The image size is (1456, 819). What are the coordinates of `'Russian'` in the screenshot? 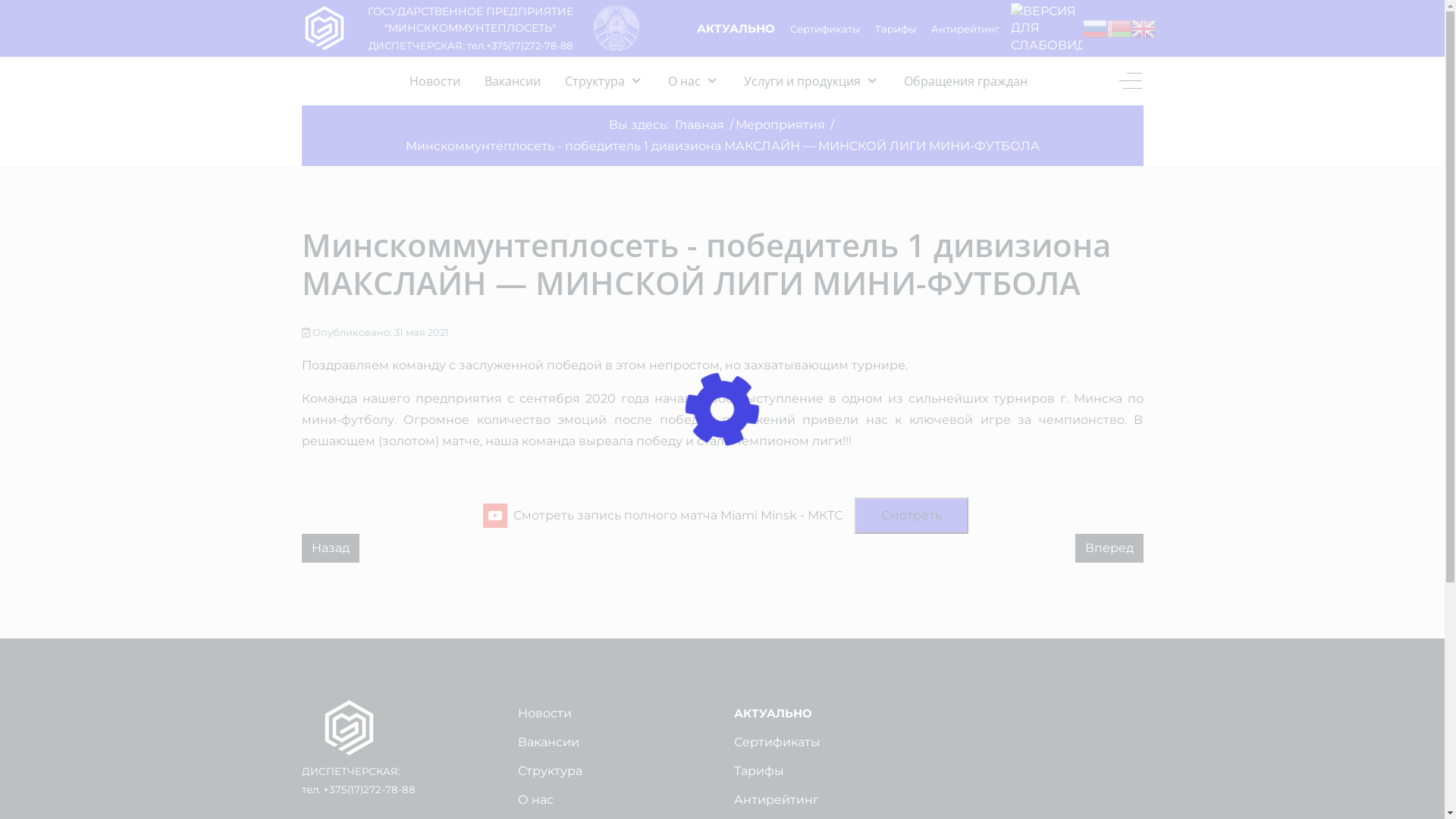 It's located at (1095, 27).